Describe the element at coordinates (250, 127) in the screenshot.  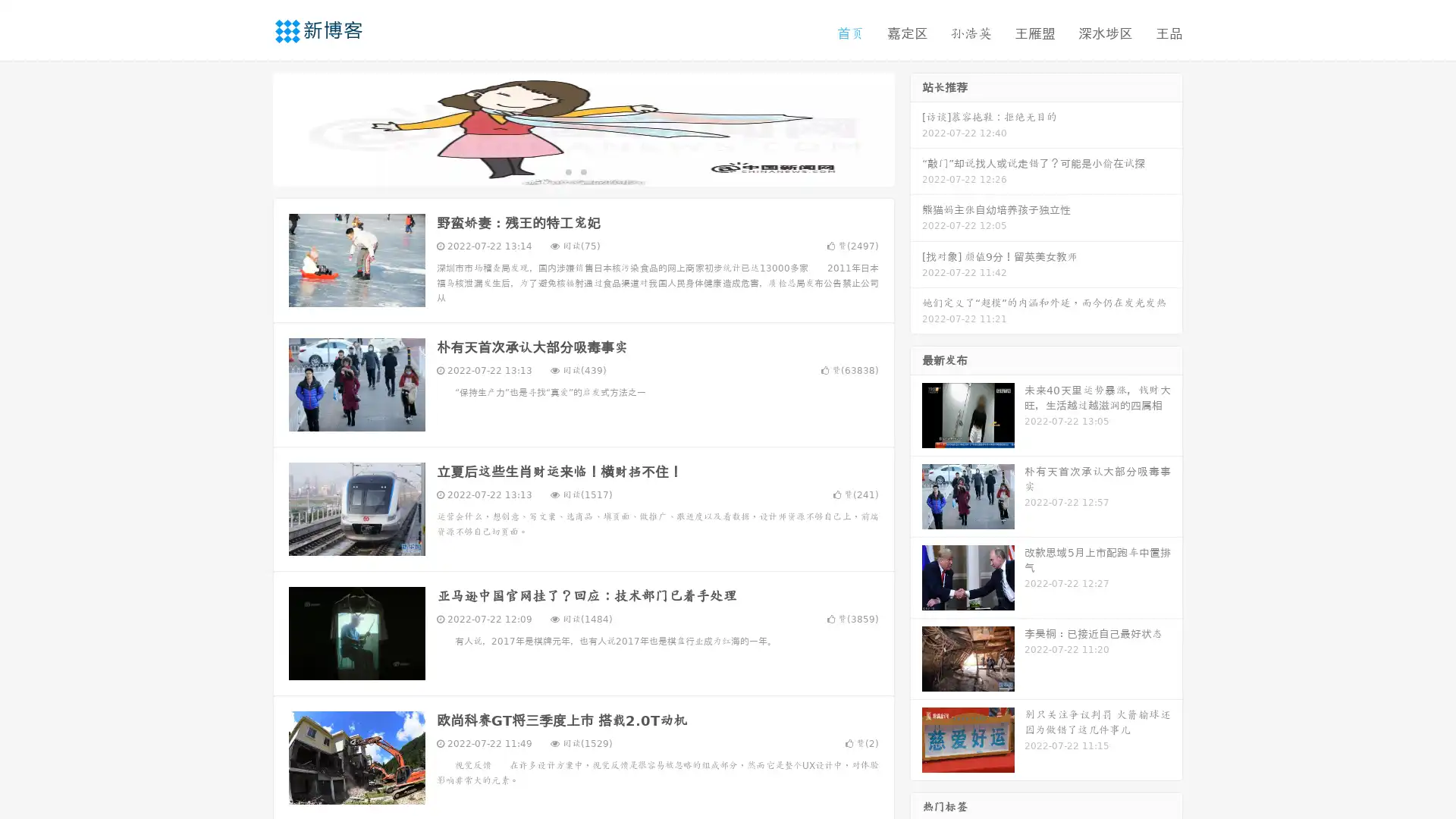
I see `Previous slide` at that location.